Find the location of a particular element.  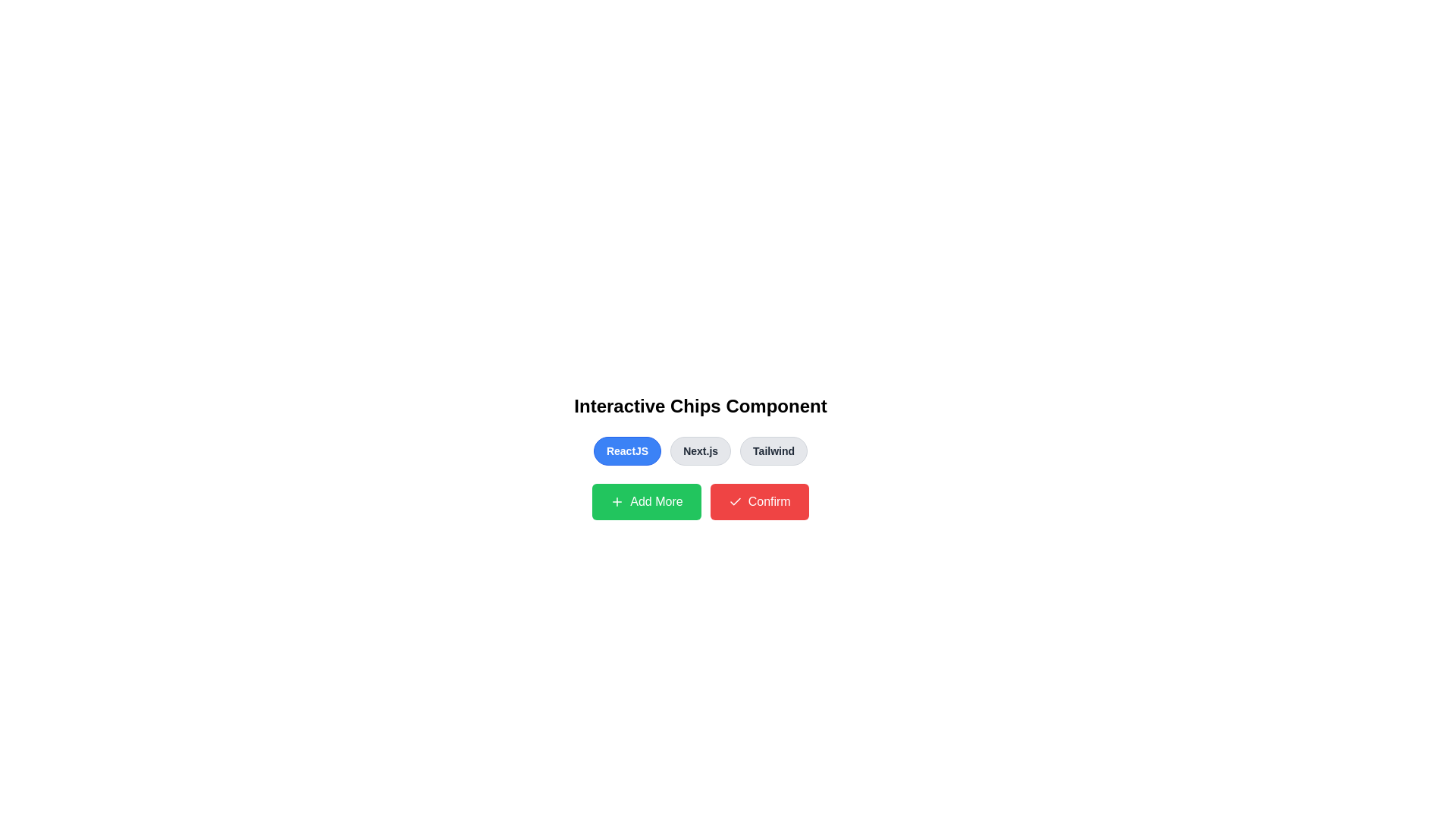

the button labeled Tailwind to observe its hover effect is located at coordinates (773, 450).